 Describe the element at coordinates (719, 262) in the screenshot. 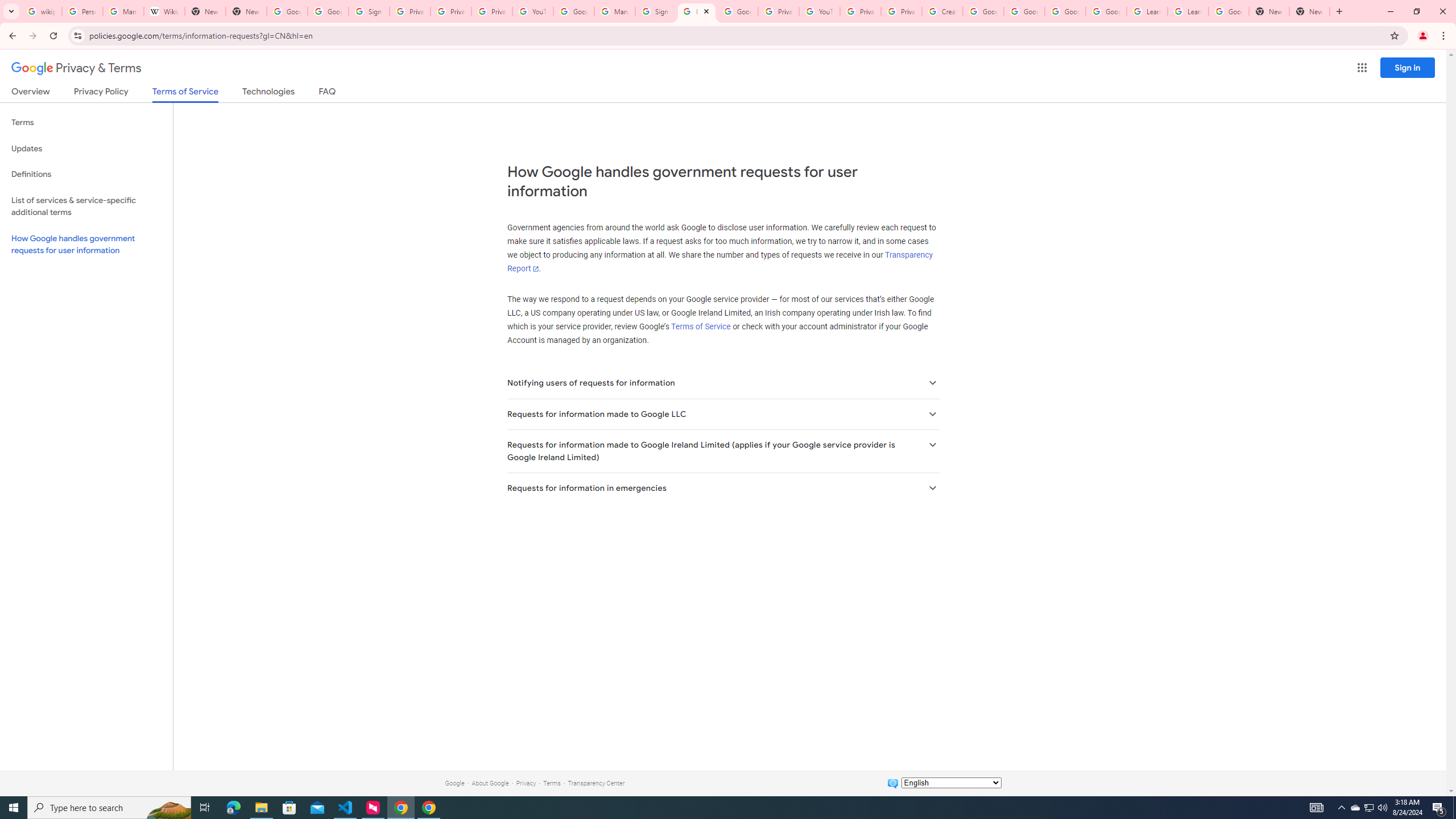

I see `'Transparency Report'` at that location.